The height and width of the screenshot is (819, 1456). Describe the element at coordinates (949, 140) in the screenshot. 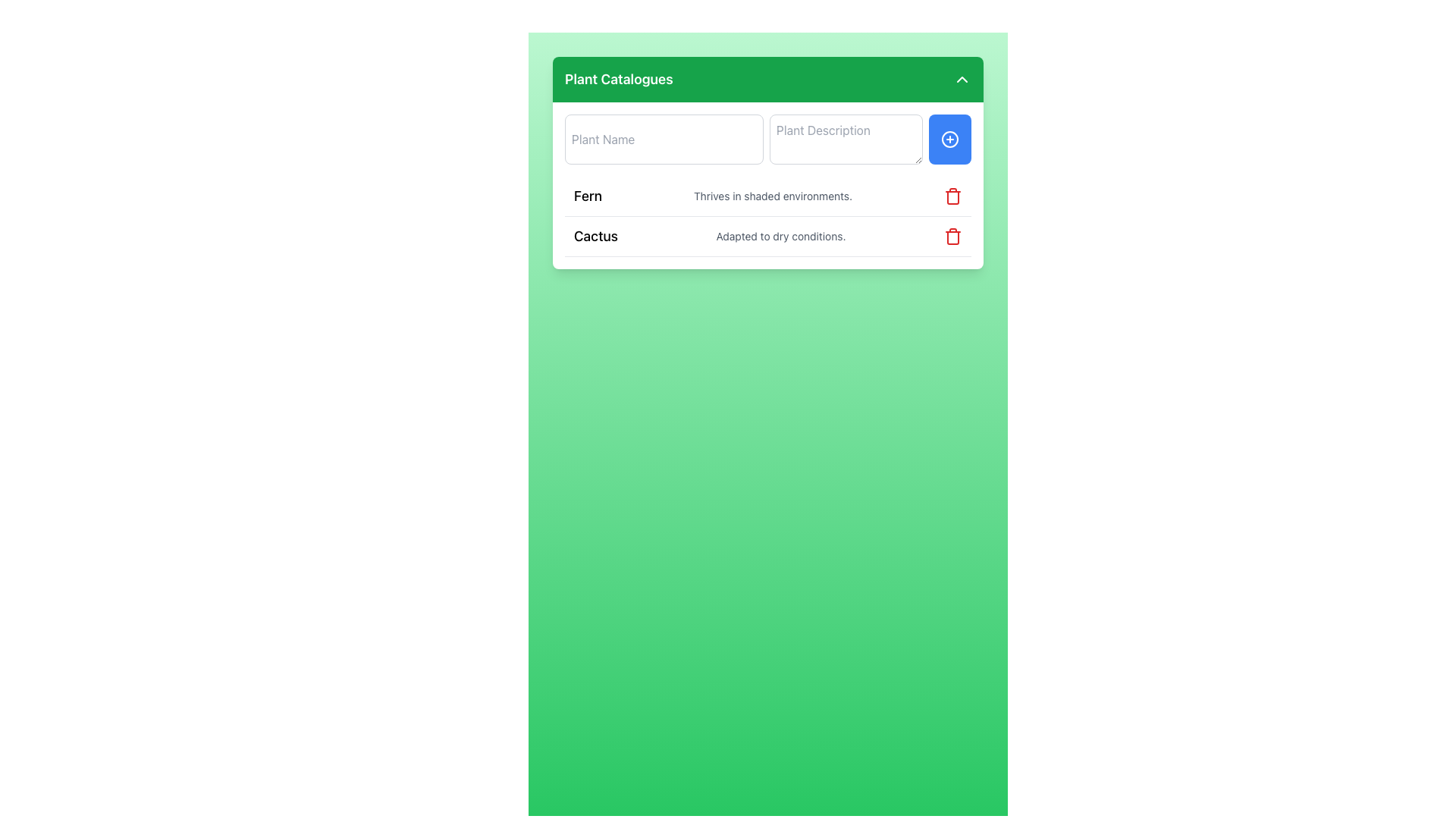

I see `the add item button located next to the 'Plant Description' text input field in the green header section` at that location.